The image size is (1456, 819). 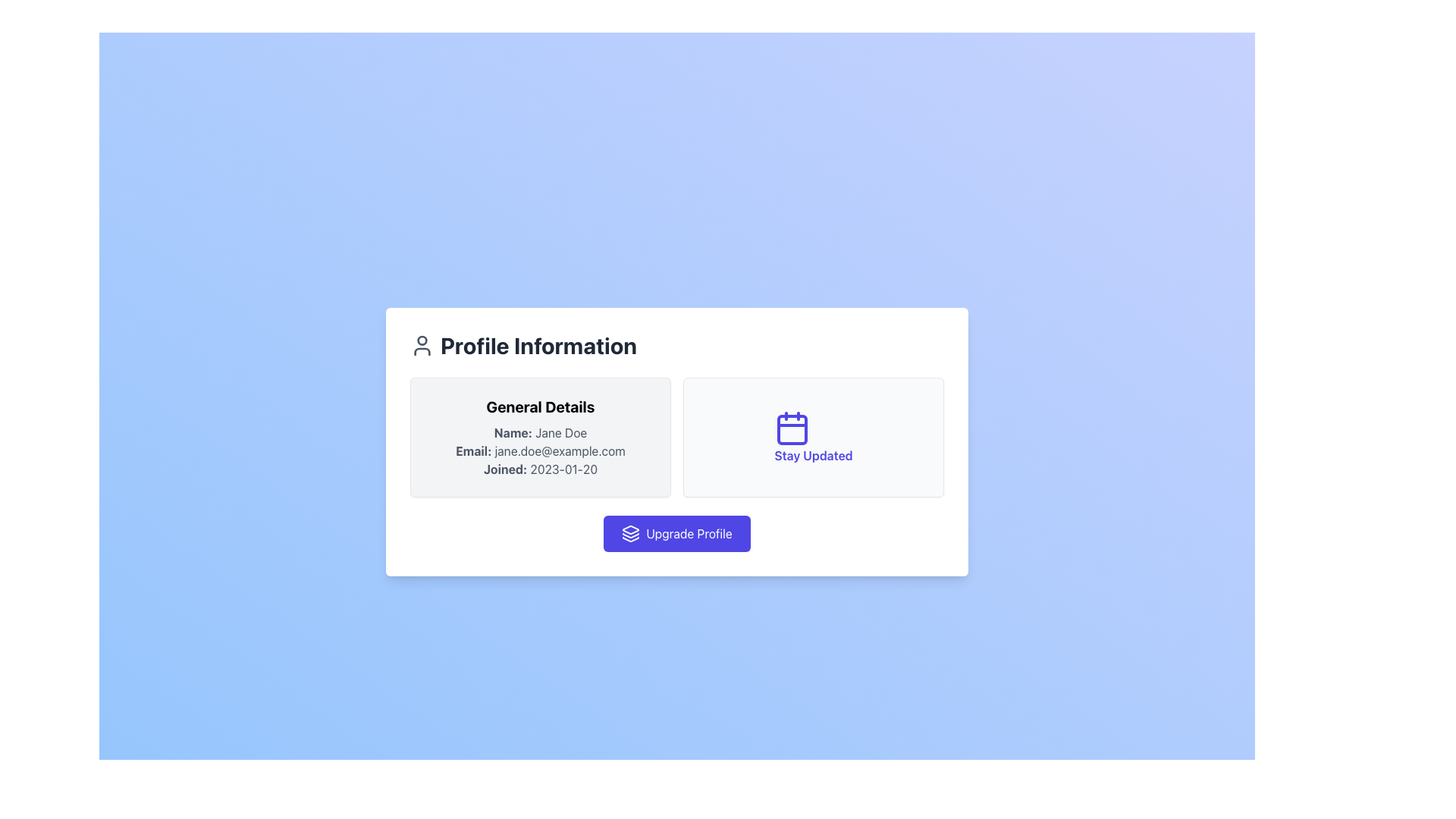 What do you see at coordinates (676, 533) in the screenshot?
I see `the 'Upgrade Profile' button located at the bottom of the 'Profile Information' card for keyboard navigation` at bounding box center [676, 533].